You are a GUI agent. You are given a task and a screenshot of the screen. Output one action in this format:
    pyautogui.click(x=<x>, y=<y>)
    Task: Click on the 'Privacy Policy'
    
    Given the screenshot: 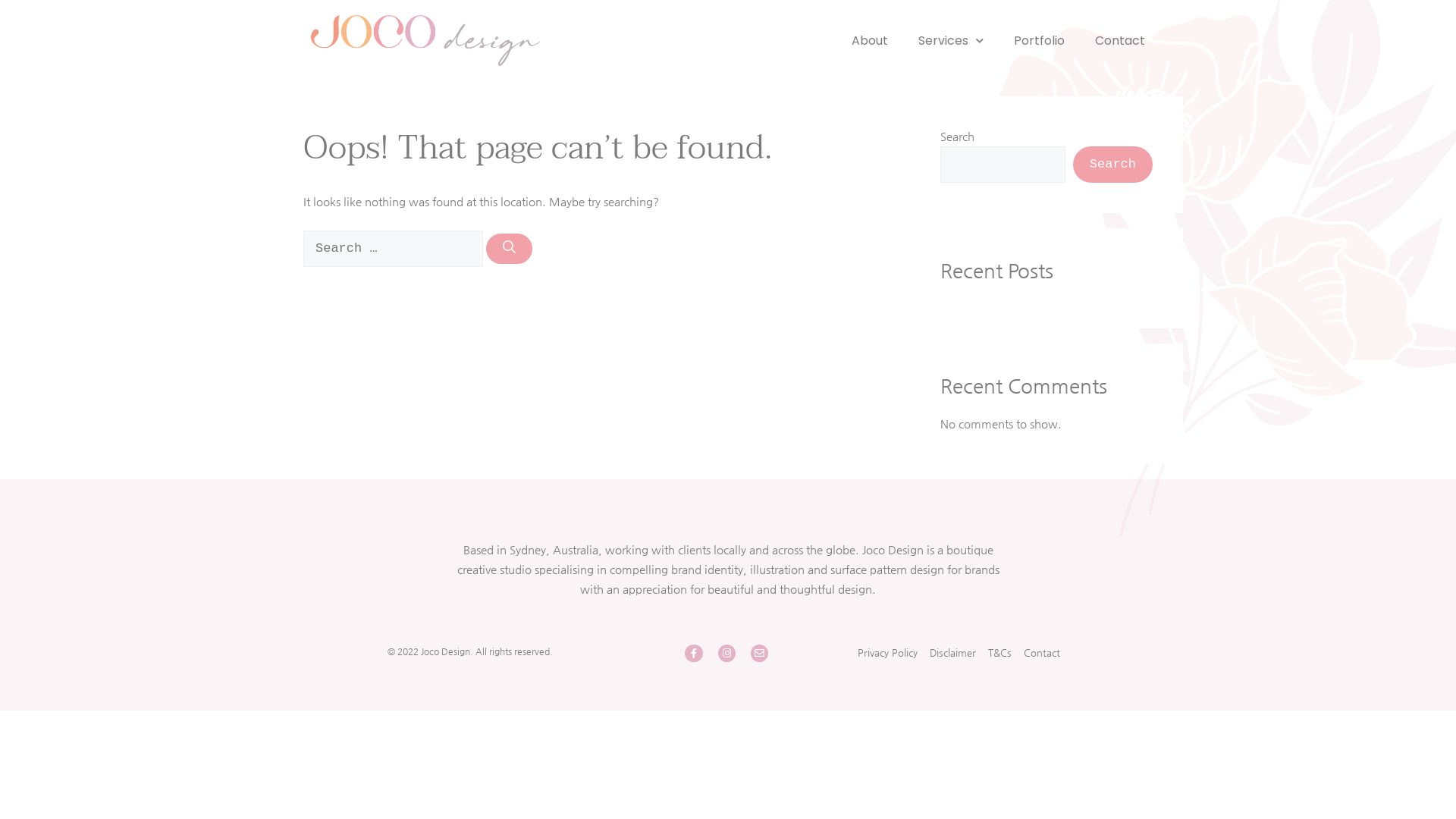 What is the action you would take?
    pyautogui.click(x=887, y=651)
    